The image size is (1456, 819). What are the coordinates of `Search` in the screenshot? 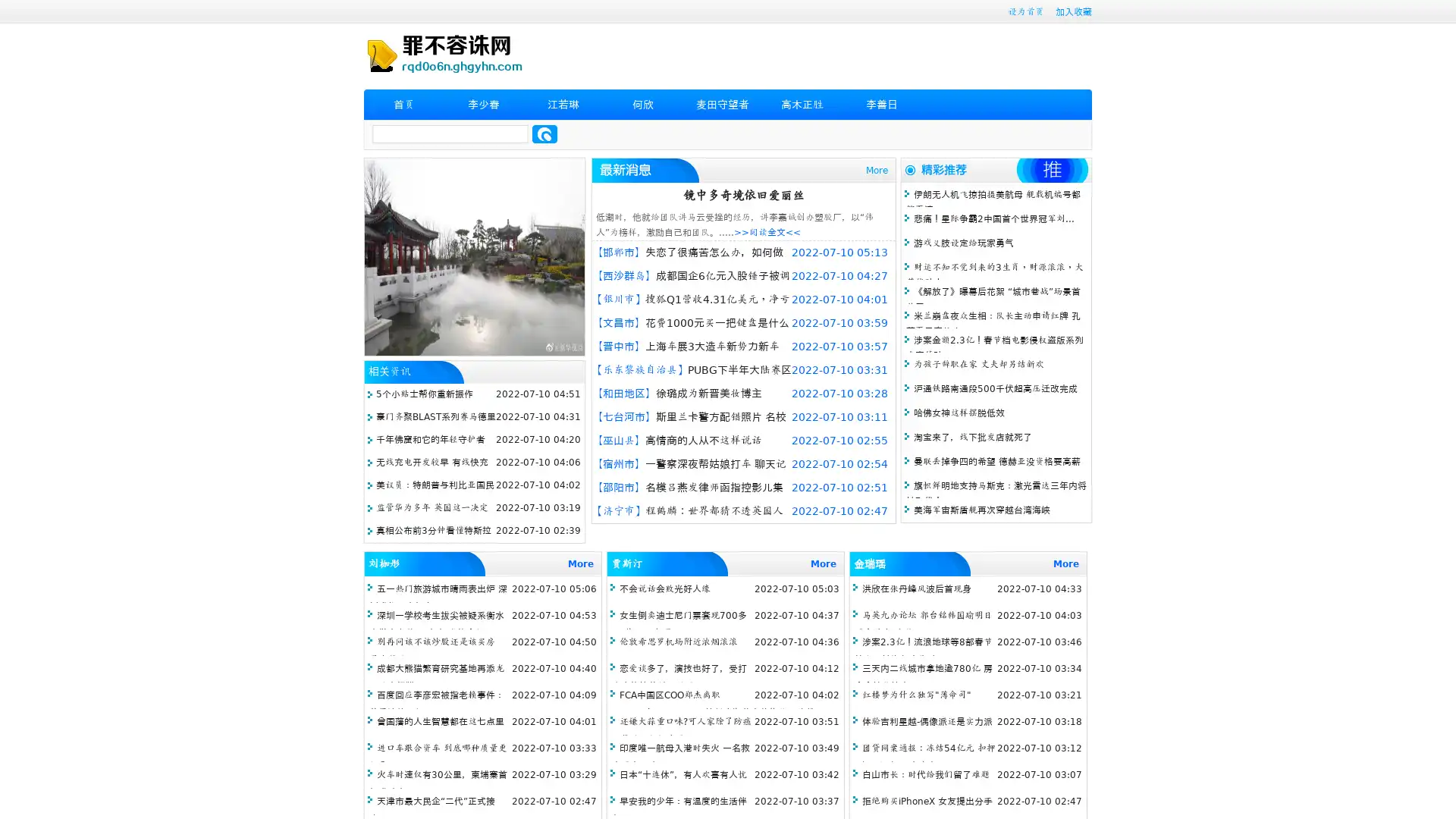 It's located at (544, 133).